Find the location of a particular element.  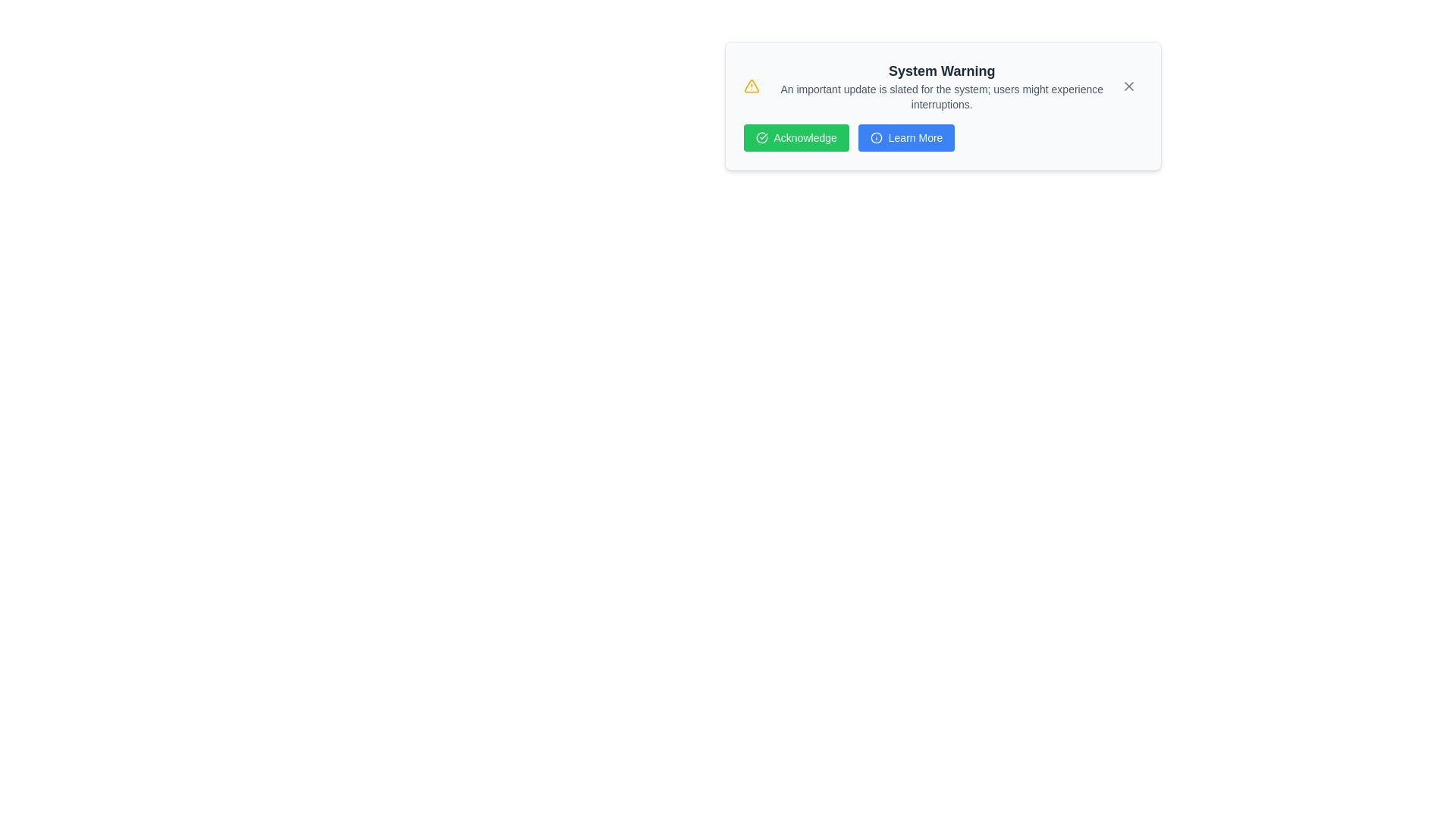

the green 'Acknowledge' button with a white checkmark icon to observe its hover effect is located at coordinates (795, 137).